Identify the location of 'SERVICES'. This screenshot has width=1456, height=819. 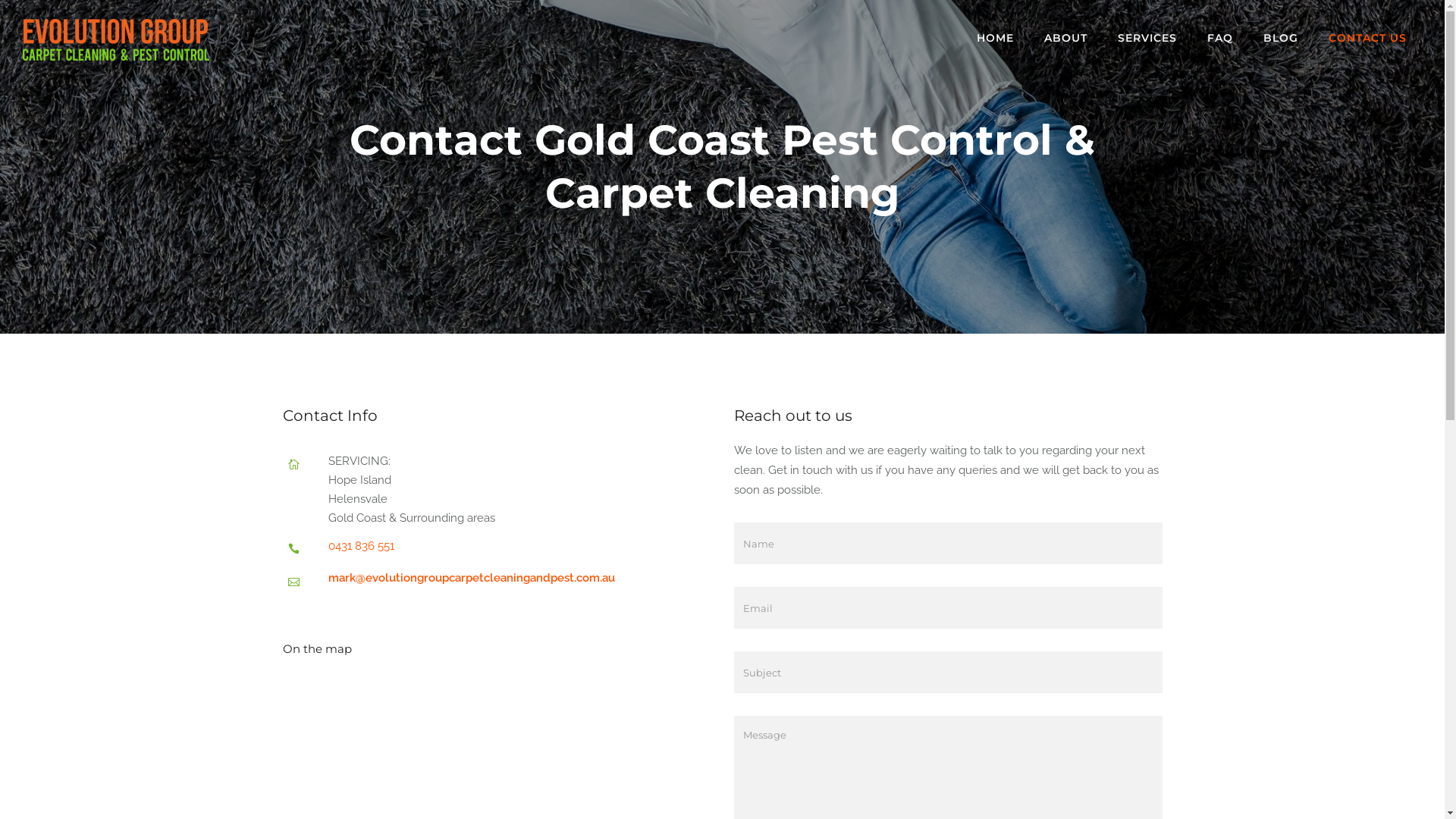
(1147, 37).